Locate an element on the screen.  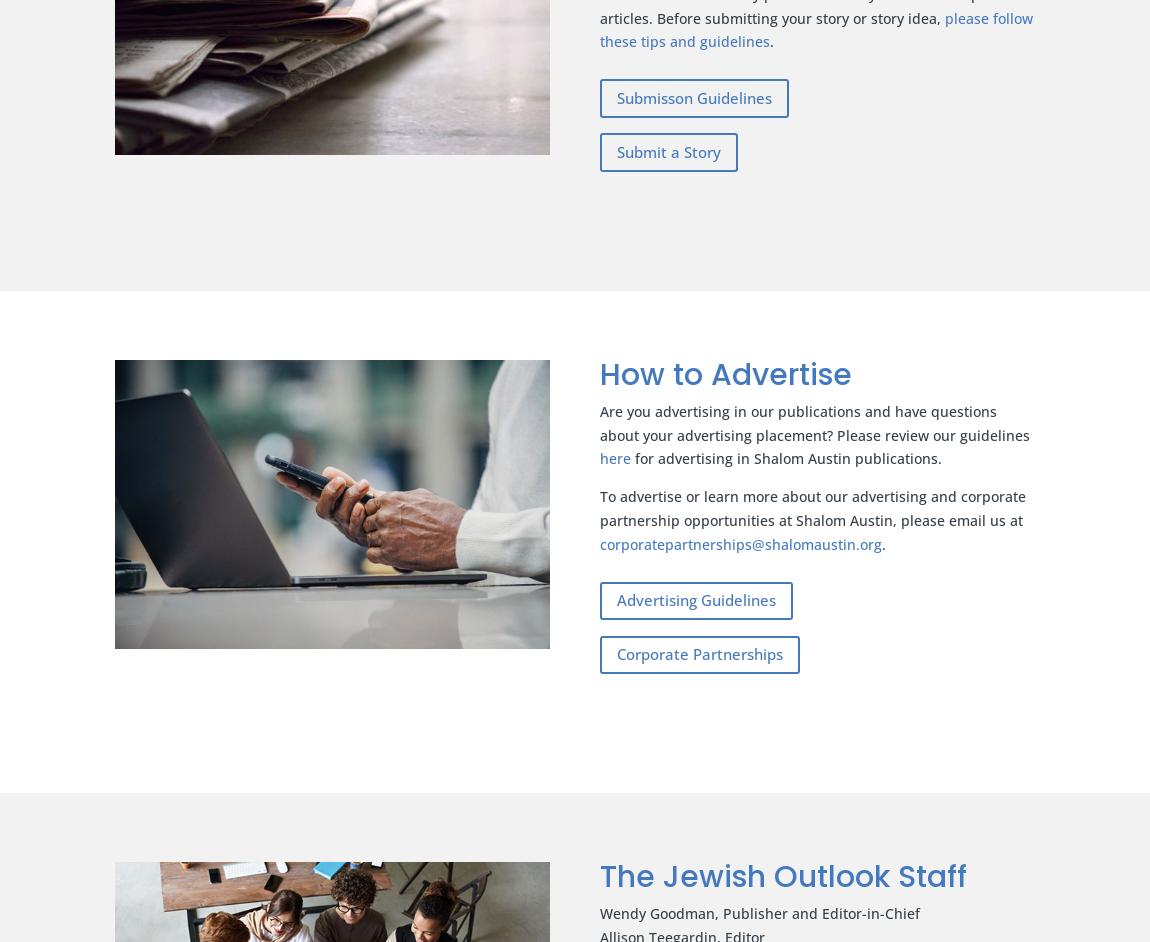
'Advertising Guidelines' is located at coordinates (695, 599).